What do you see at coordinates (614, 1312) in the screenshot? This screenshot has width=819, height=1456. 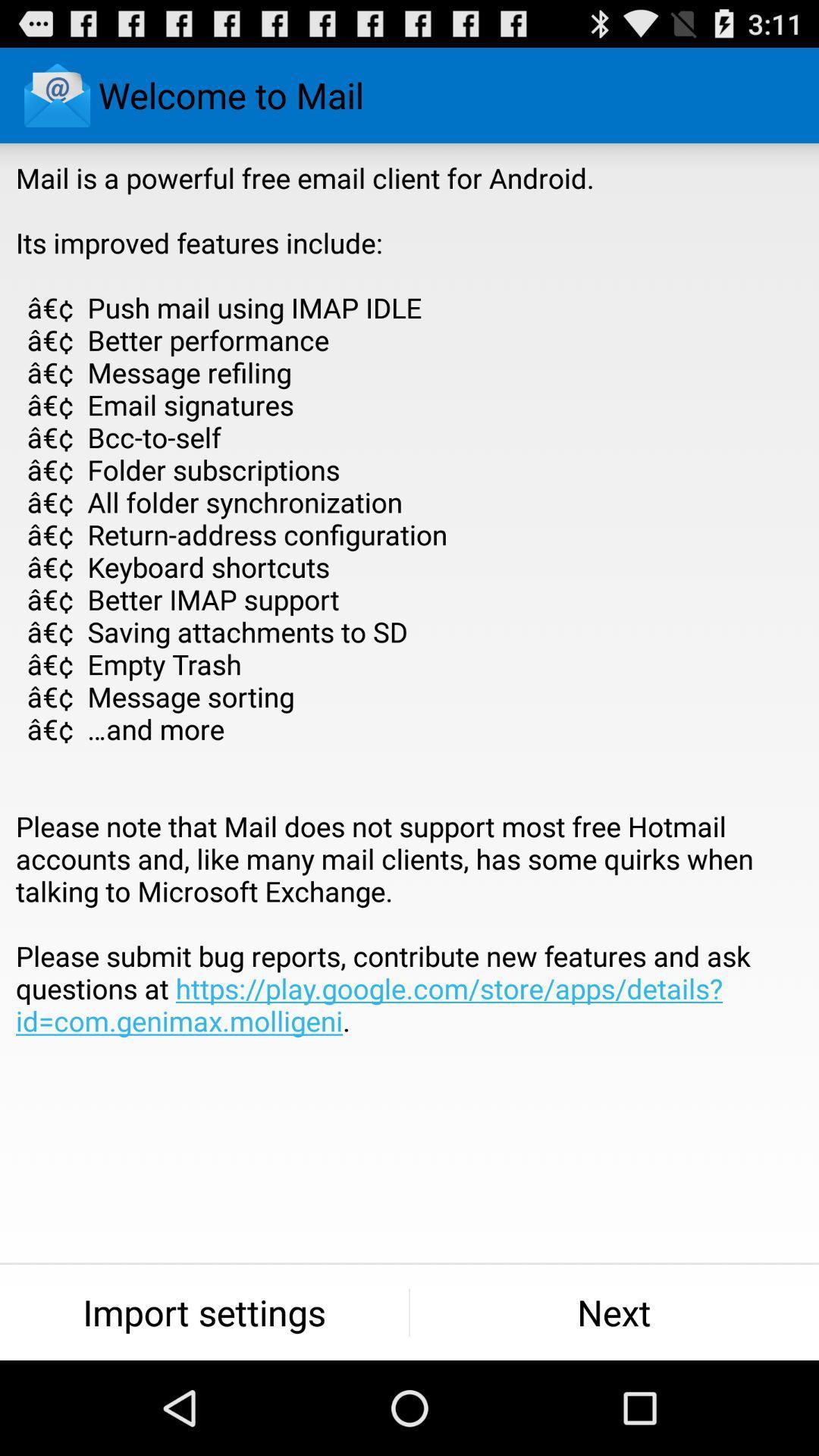 I see `icon next to the import settings` at bounding box center [614, 1312].